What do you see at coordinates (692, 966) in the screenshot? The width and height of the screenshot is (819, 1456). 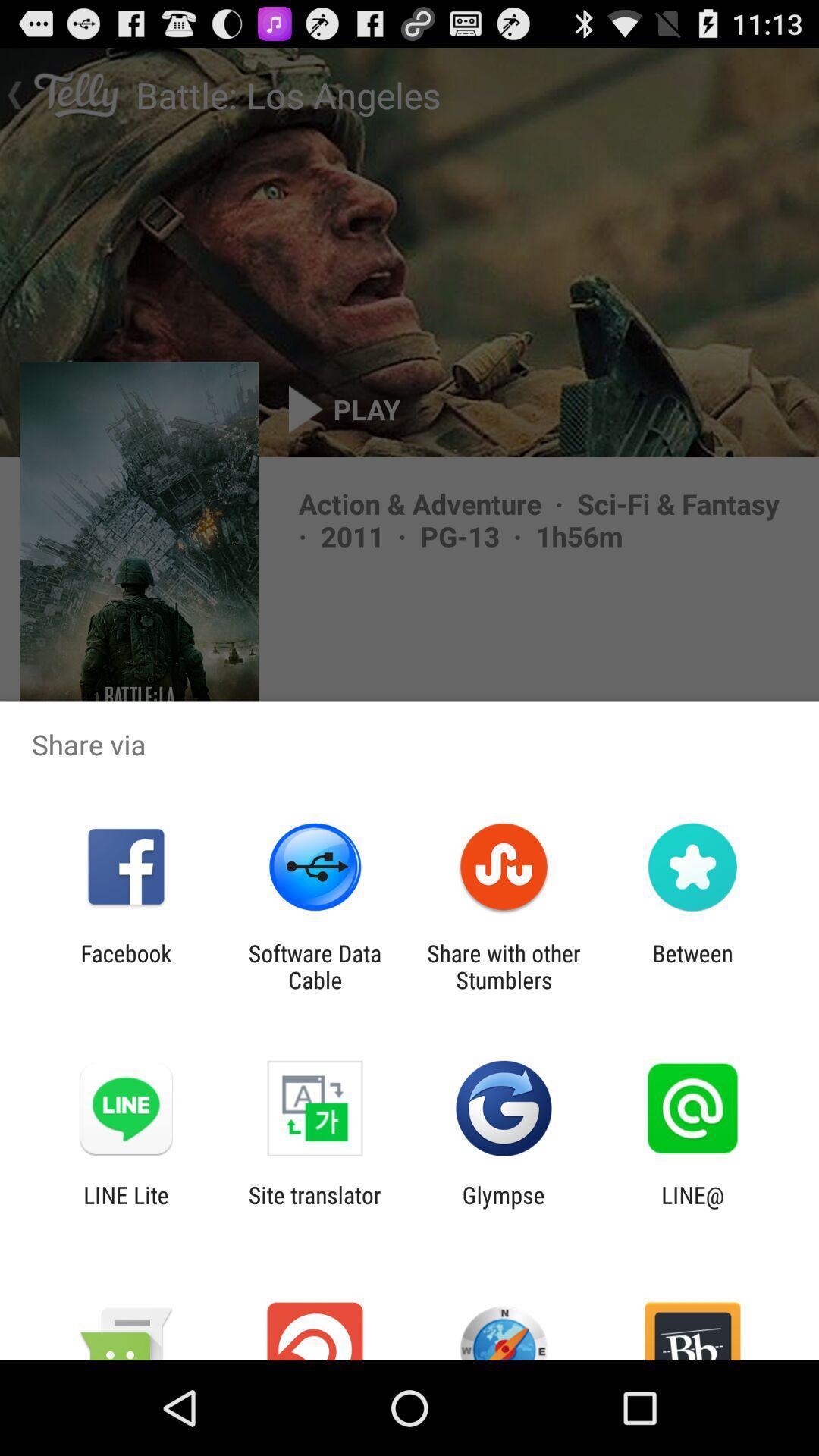 I see `item next to share with other` at bounding box center [692, 966].